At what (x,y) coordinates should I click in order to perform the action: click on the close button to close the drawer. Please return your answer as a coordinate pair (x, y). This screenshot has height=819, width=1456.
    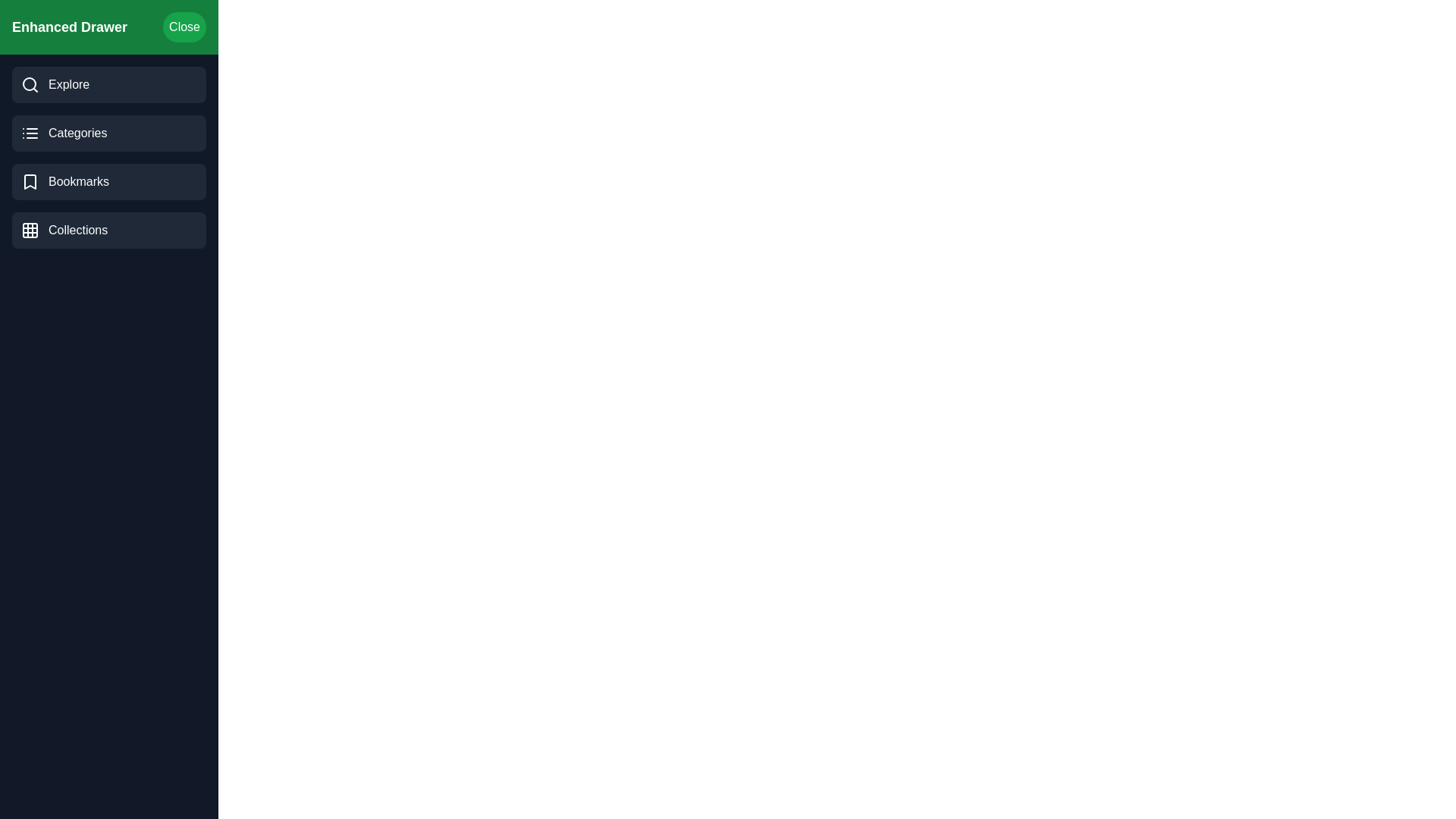
    Looking at the image, I should click on (184, 27).